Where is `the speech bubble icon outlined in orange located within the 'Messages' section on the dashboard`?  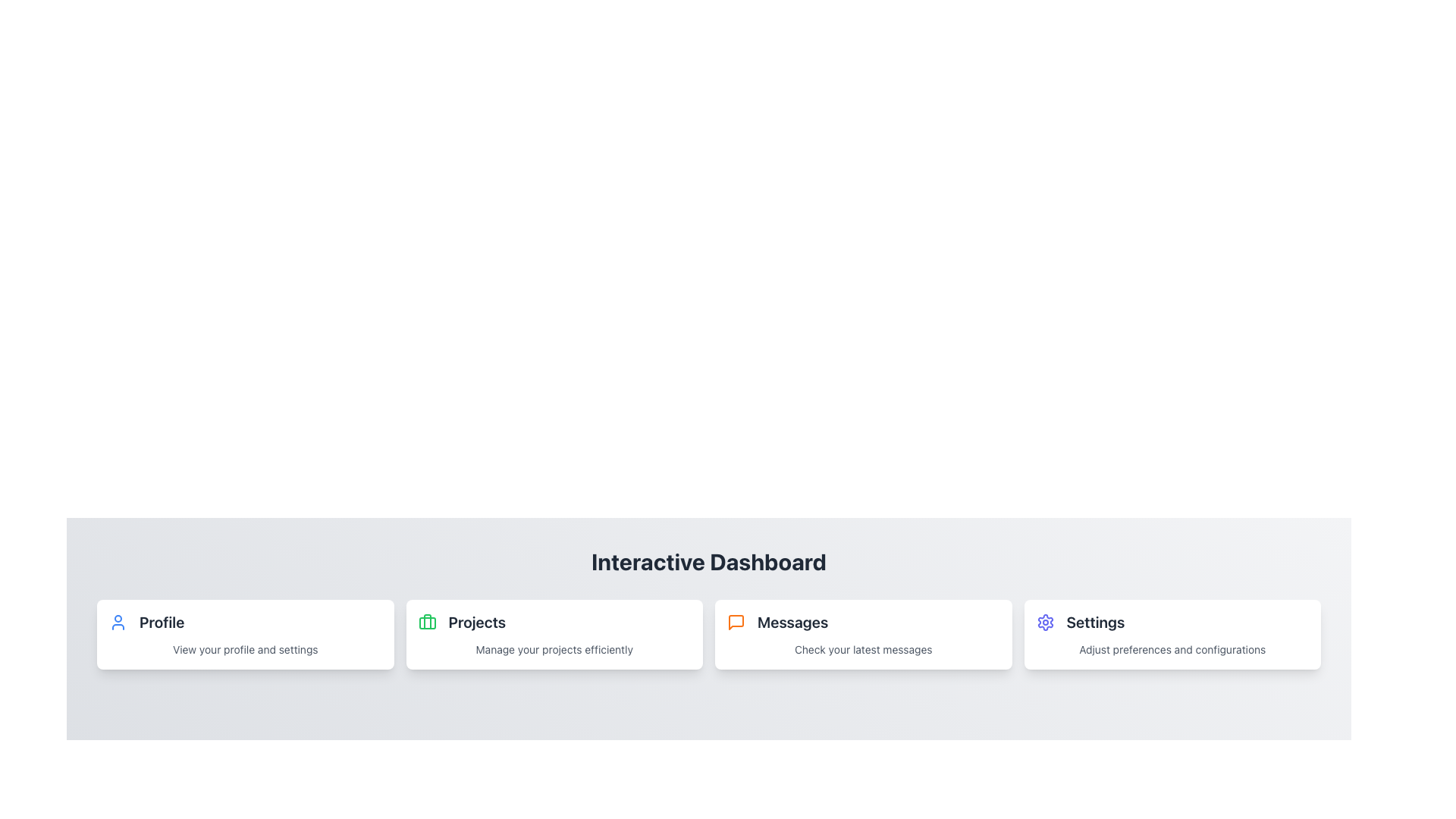 the speech bubble icon outlined in orange located within the 'Messages' section on the dashboard is located at coordinates (736, 623).